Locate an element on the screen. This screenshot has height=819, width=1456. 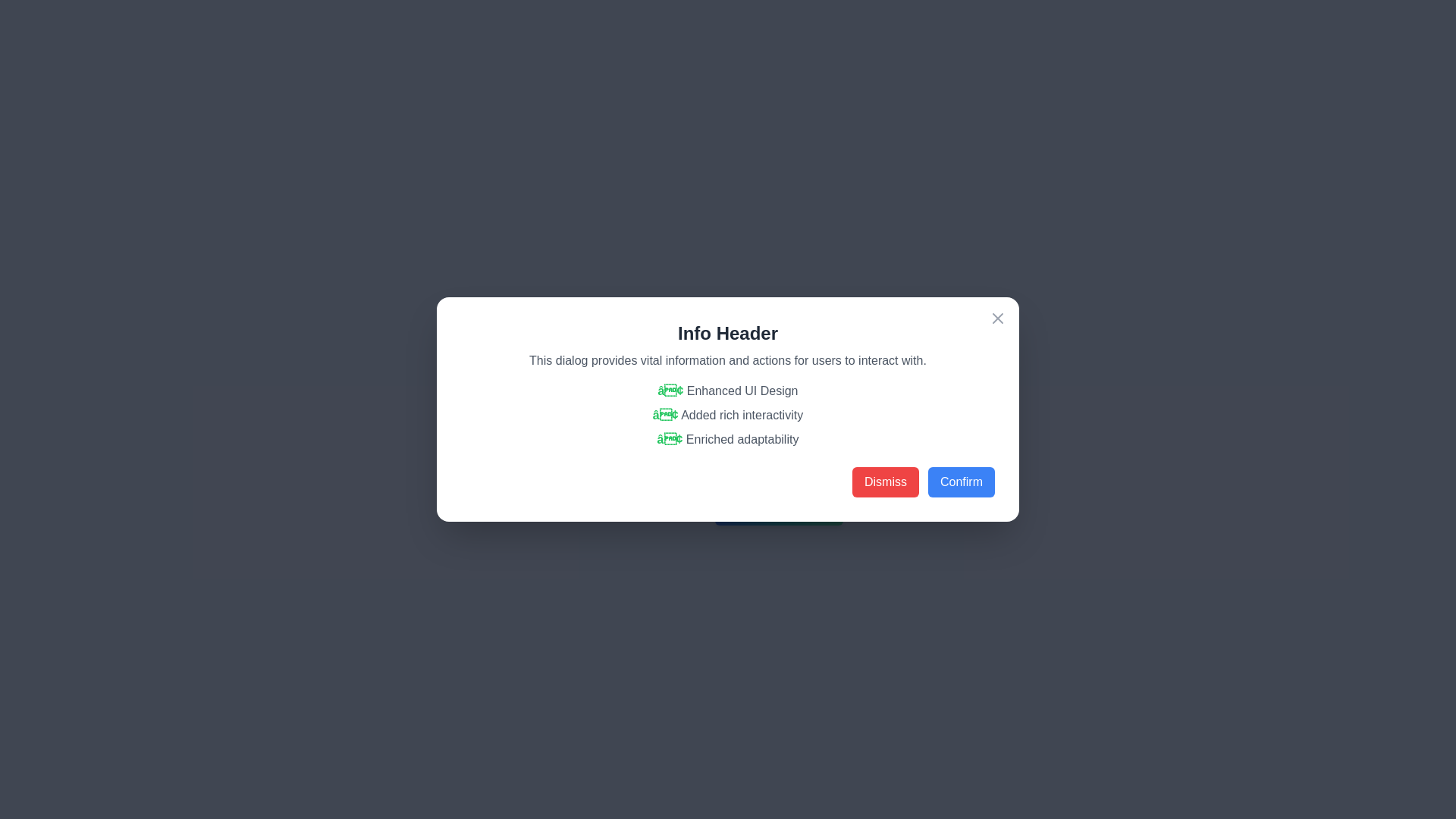
the second bullet point in the list styled in bold green text that says 'Added rich interactivity' within the modal dialog under the header 'Info Header' is located at coordinates (665, 415).